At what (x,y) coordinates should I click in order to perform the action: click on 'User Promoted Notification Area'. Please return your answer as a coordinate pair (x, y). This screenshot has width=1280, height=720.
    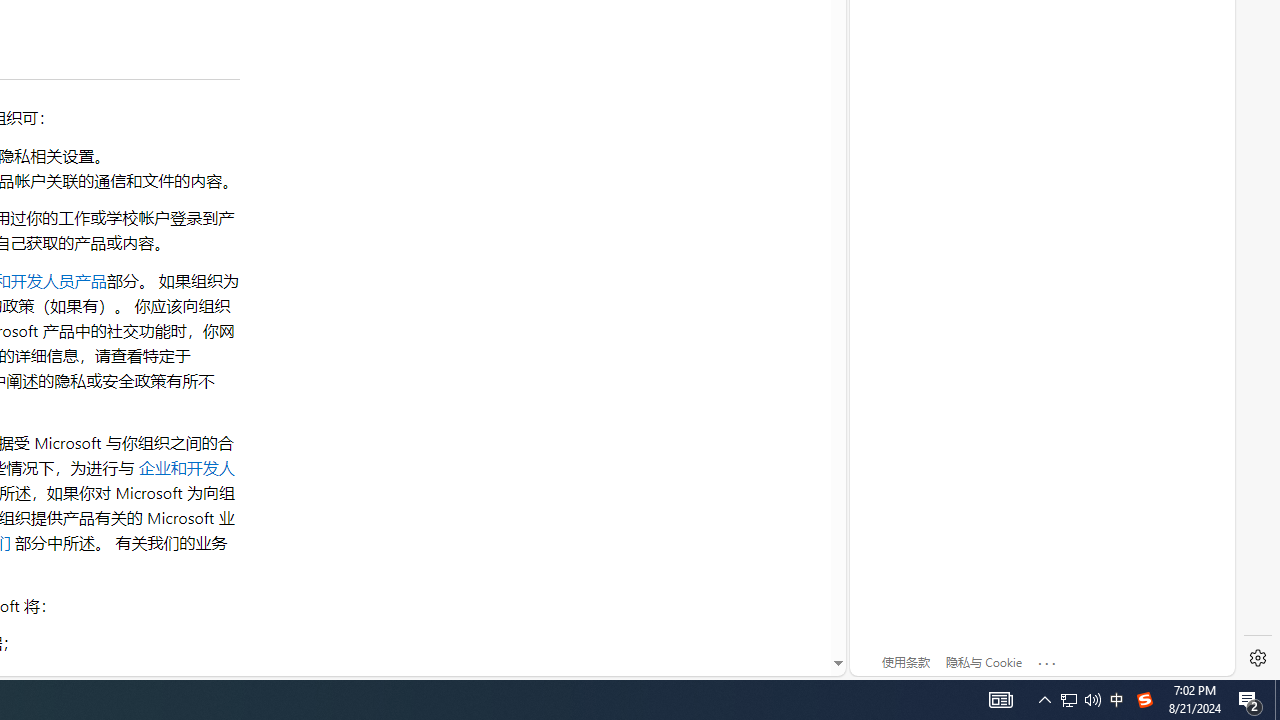
    Looking at the image, I should click on (1068, 698).